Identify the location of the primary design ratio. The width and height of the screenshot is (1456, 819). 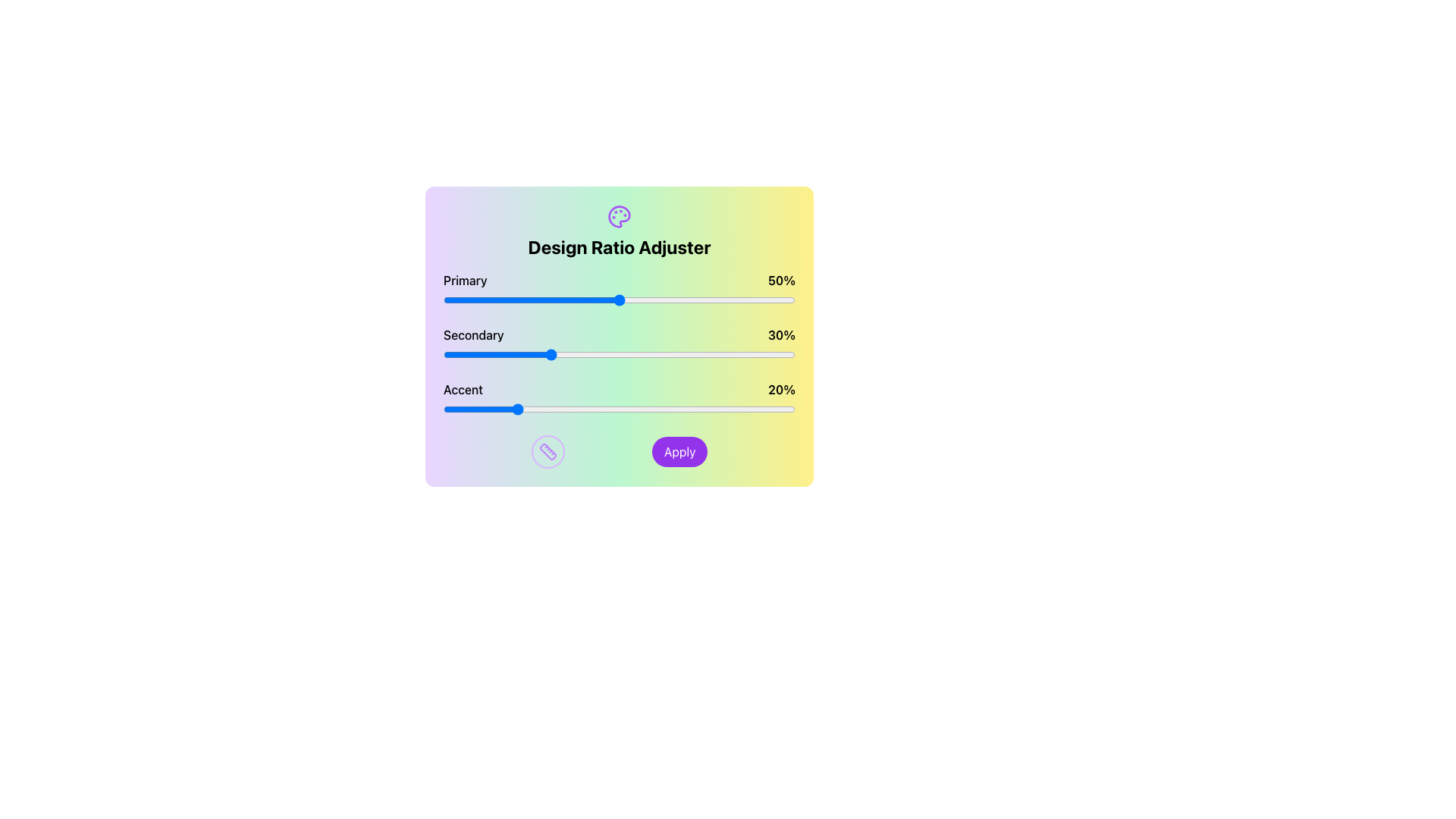
(640, 300).